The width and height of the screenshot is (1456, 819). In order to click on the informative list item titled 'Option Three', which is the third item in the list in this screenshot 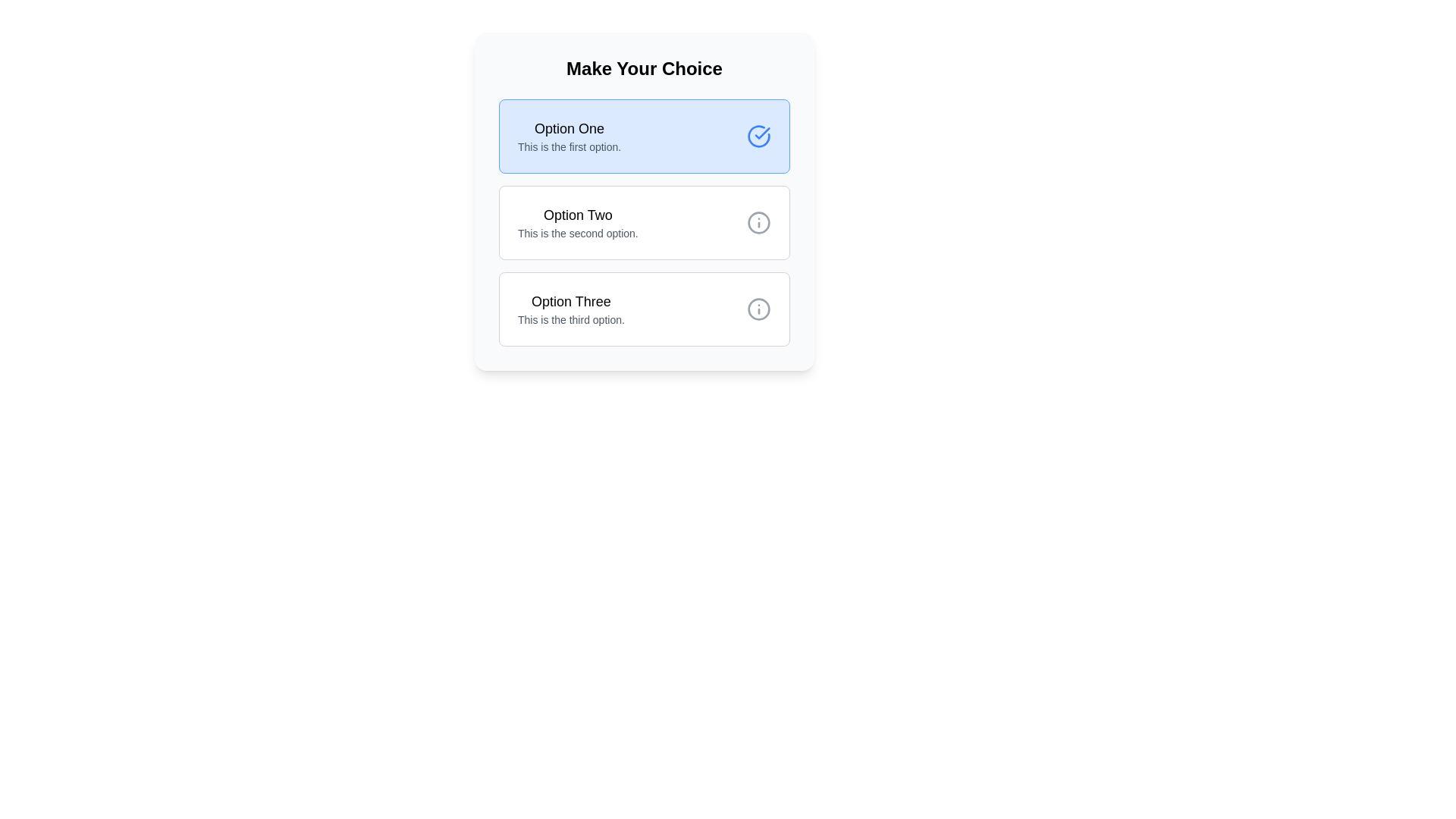, I will do `click(570, 309)`.